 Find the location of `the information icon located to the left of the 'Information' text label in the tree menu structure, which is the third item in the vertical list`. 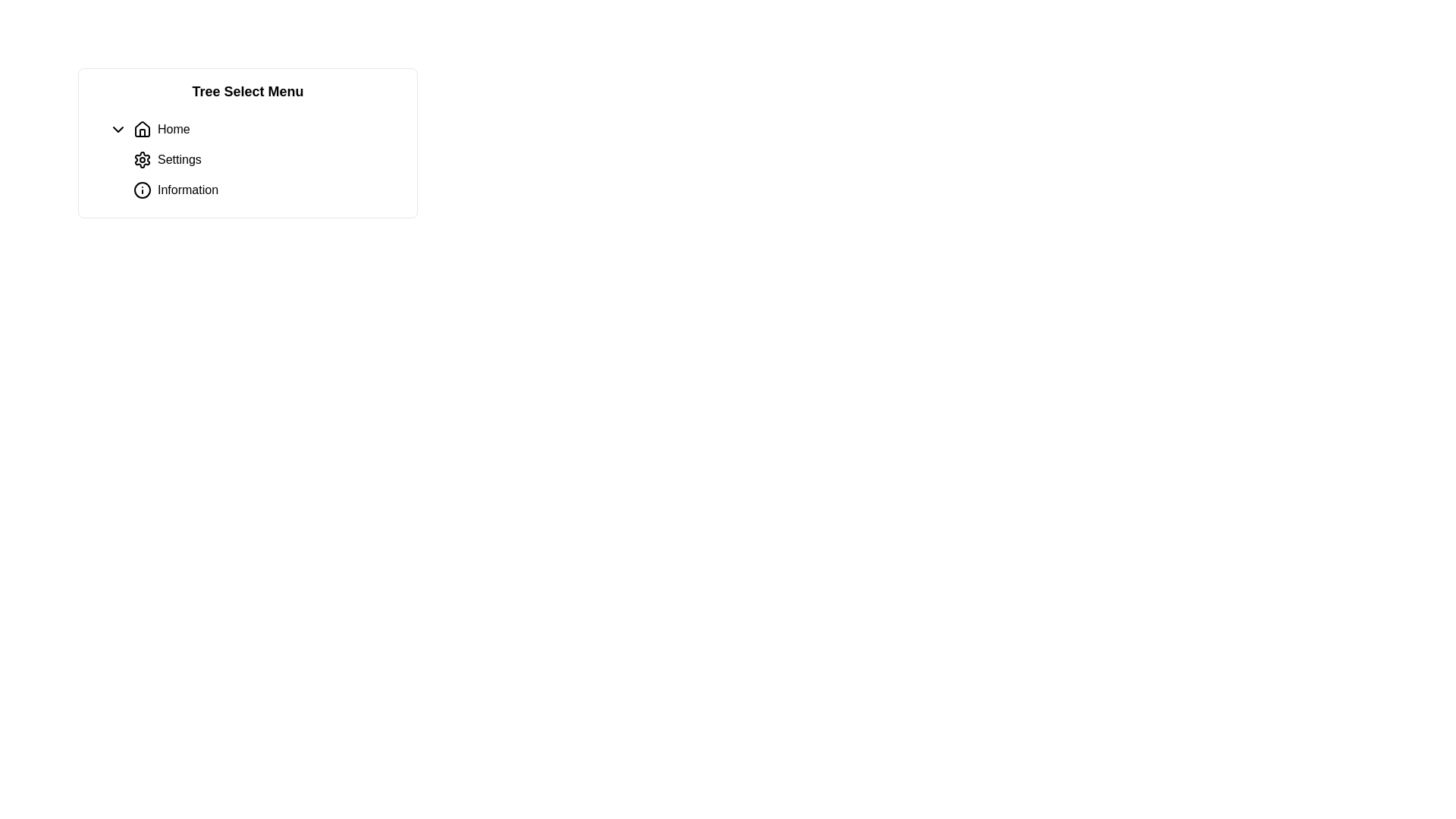

the information icon located to the left of the 'Information' text label in the tree menu structure, which is the third item in the vertical list is located at coordinates (142, 189).